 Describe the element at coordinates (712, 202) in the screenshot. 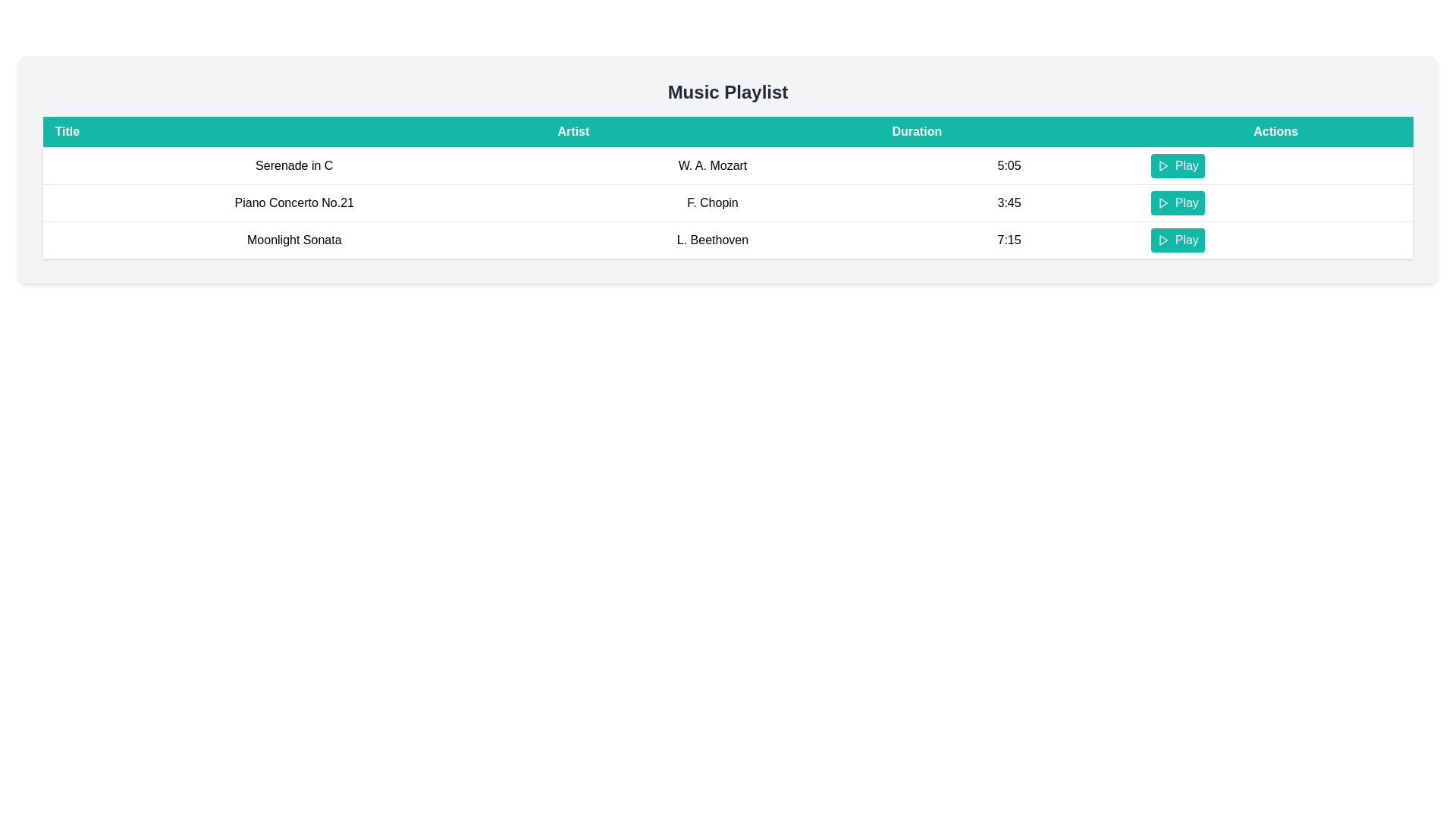

I see `the text label 'F. Chopin' which is centrally aligned in the Artist column of the row labeled 'Piano Concerto No.21'` at that location.